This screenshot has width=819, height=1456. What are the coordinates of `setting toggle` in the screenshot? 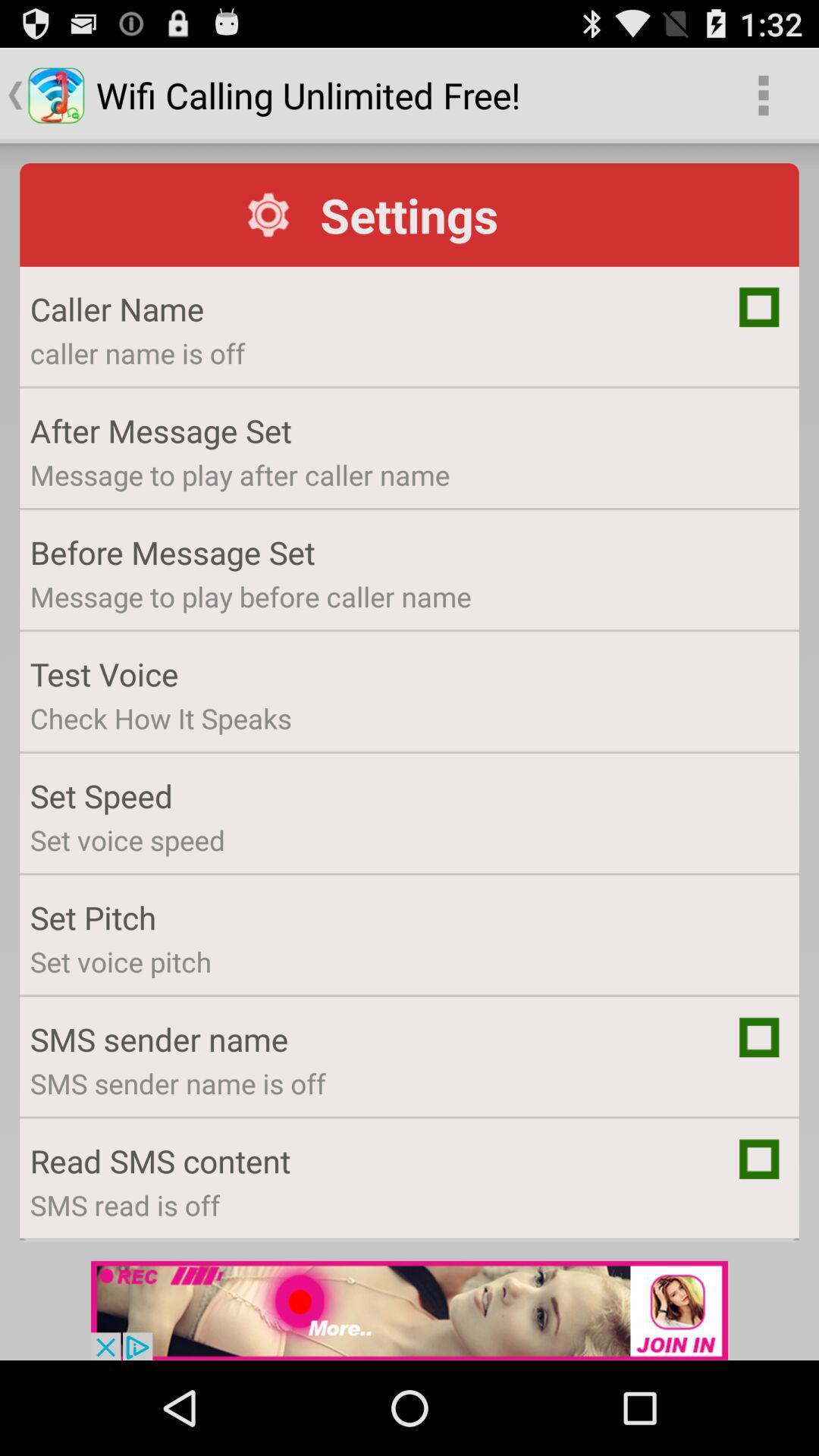 It's located at (759, 1037).